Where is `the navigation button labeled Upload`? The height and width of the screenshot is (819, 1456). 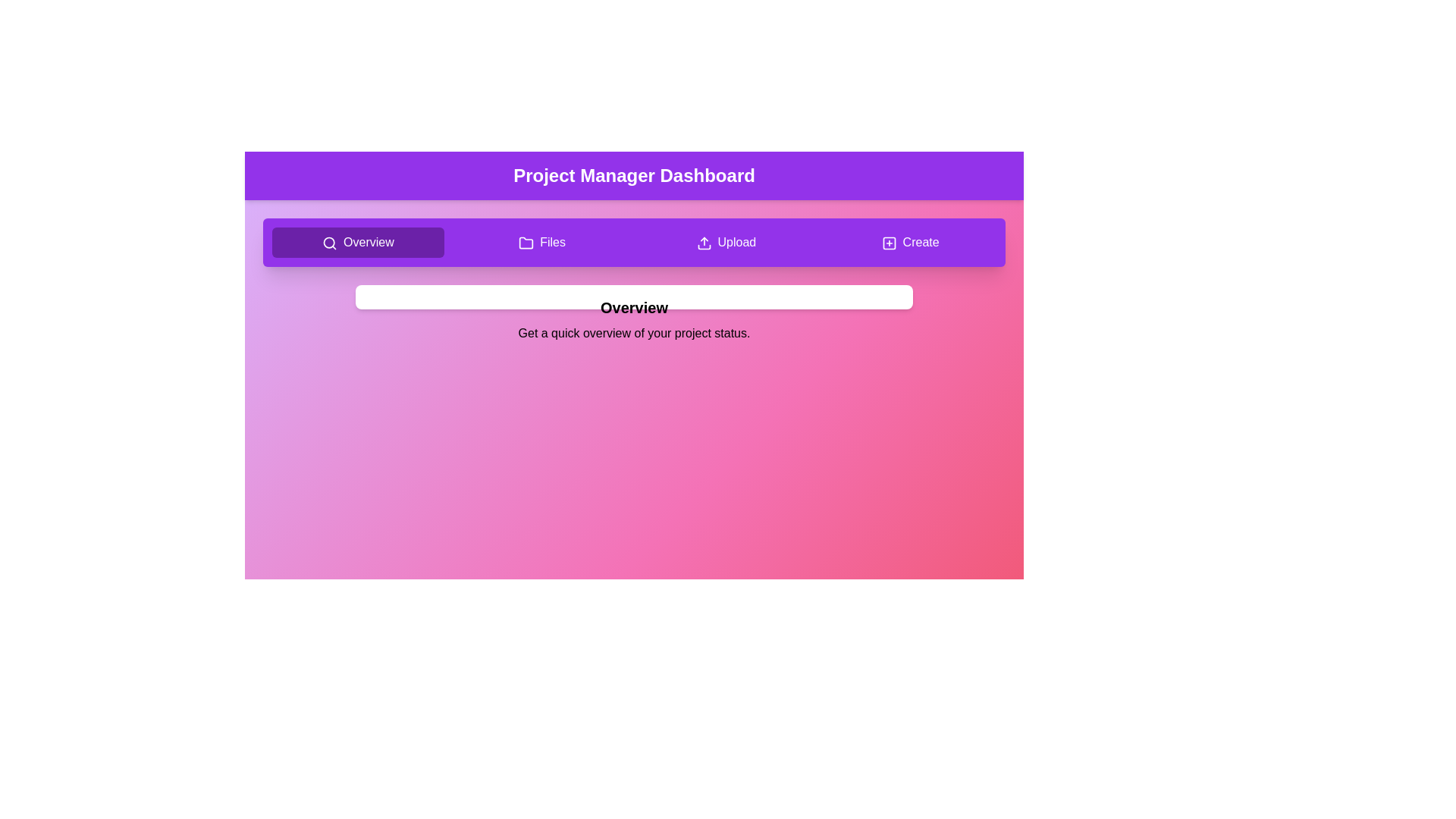
the navigation button labeled Upload is located at coordinates (725, 242).